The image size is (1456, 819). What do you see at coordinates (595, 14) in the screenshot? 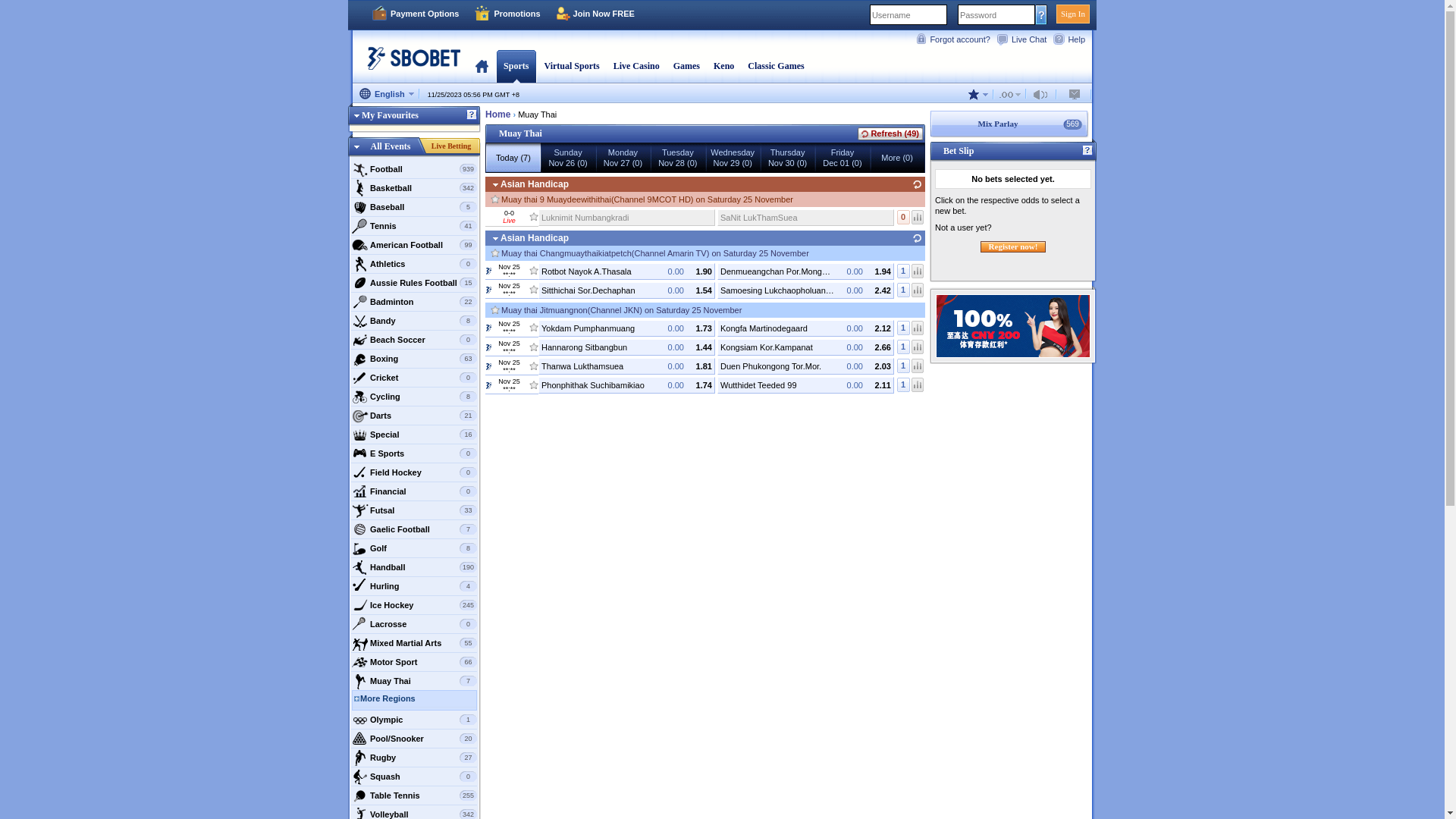
I see `'Join Now FREE'` at bounding box center [595, 14].